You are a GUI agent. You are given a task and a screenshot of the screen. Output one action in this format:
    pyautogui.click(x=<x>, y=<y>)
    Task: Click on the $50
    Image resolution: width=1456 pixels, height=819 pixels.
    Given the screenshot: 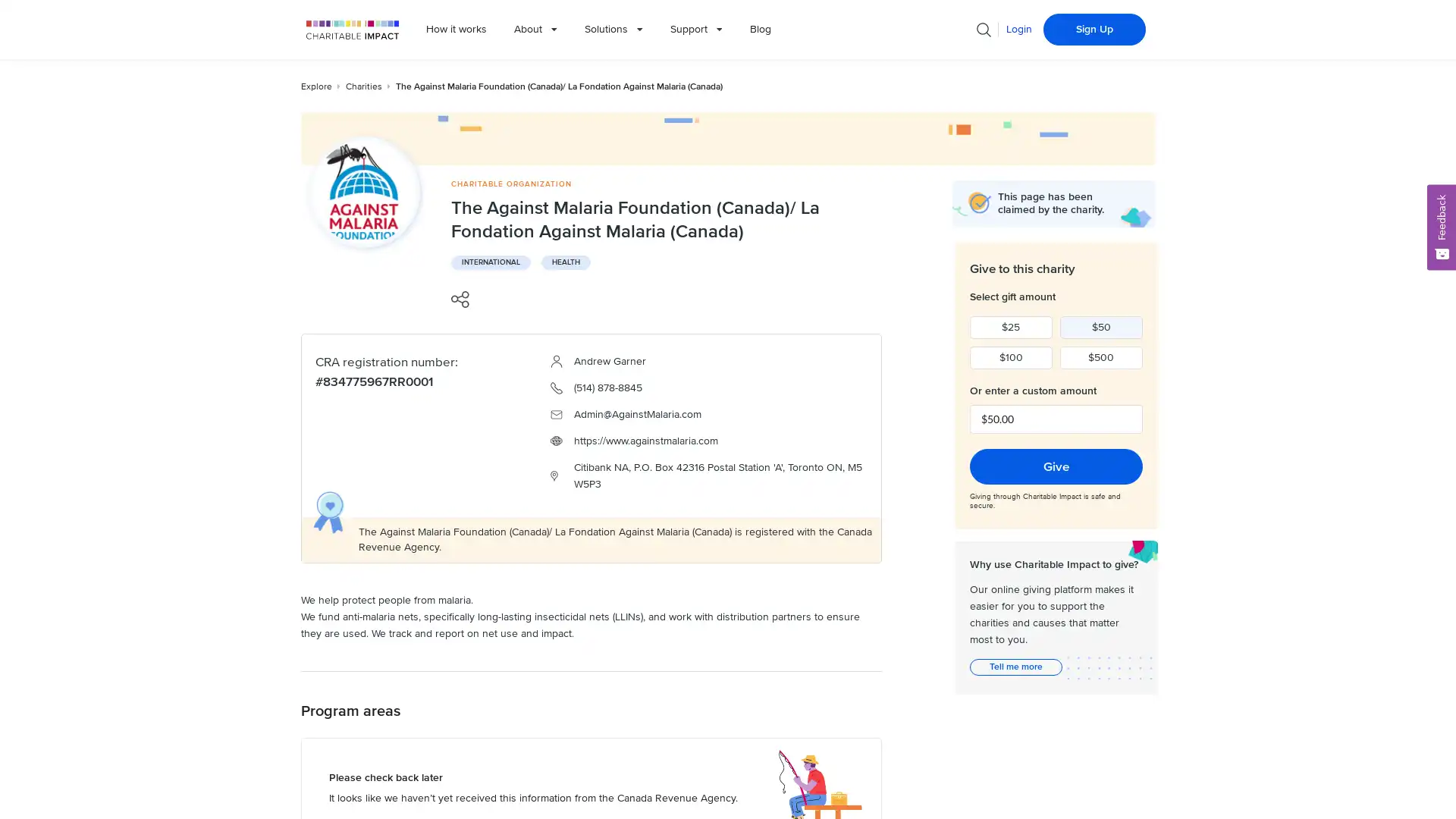 What is the action you would take?
    pyautogui.click(x=1100, y=326)
    